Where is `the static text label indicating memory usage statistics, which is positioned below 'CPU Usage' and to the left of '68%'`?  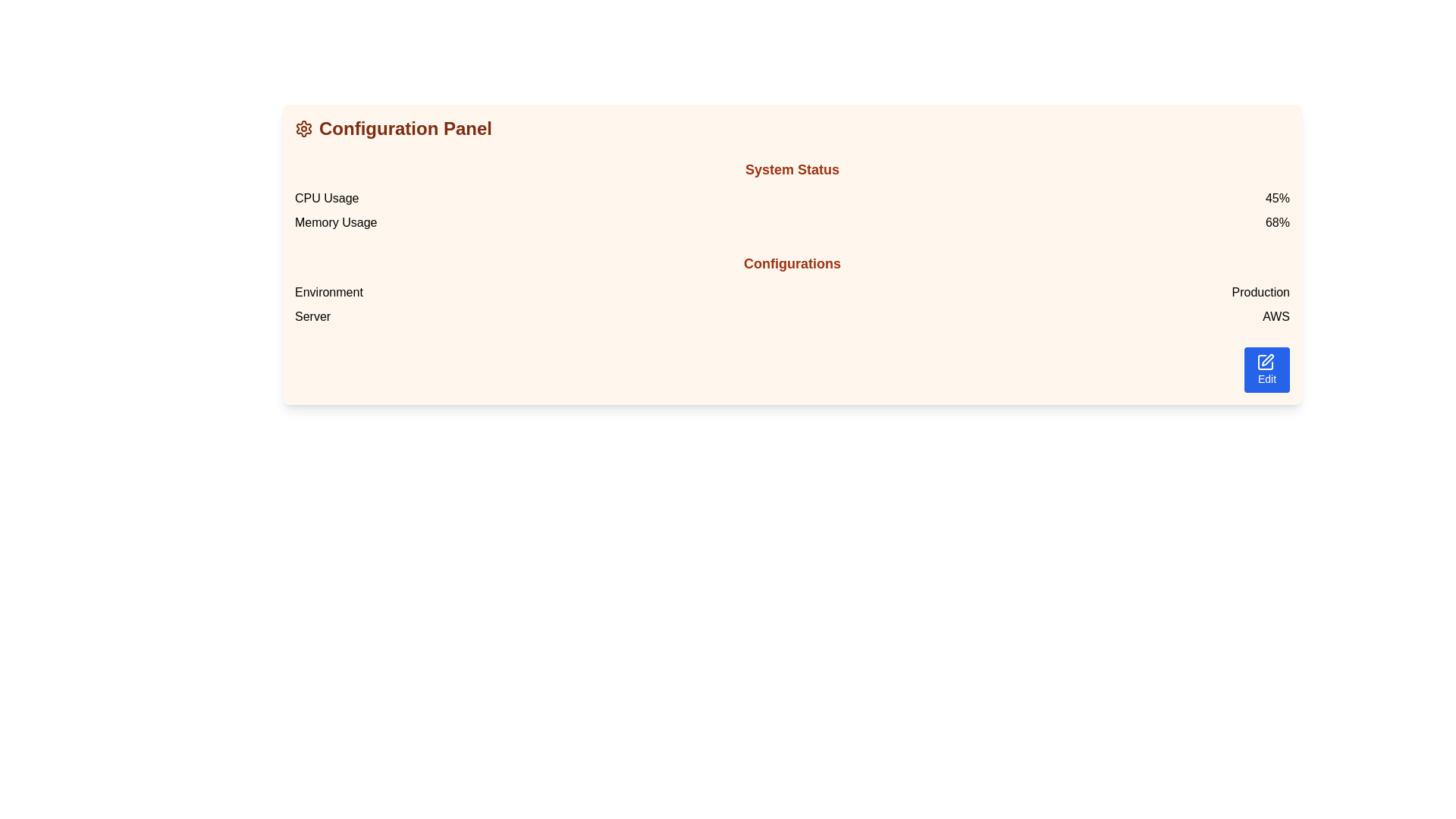
the static text label indicating memory usage statistics, which is positioned below 'CPU Usage' and to the left of '68%' is located at coordinates (335, 222).